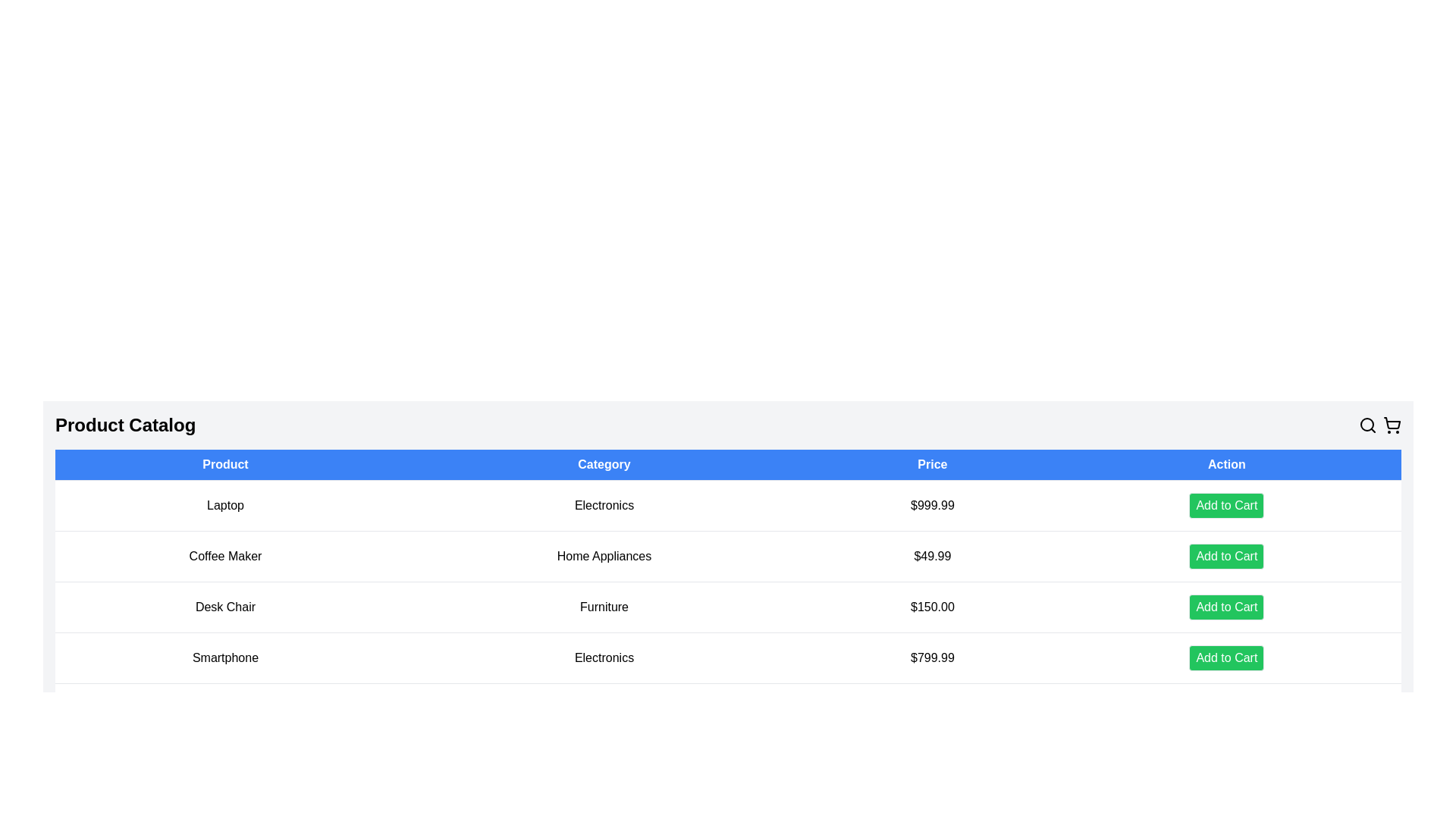 This screenshot has height=819, width=1456. I want to click on the 'Add to Cart' button with a green background and white text located in the second row of the 'Action' column, directly to the right of the '$49.99' price, so click(1226, 556).